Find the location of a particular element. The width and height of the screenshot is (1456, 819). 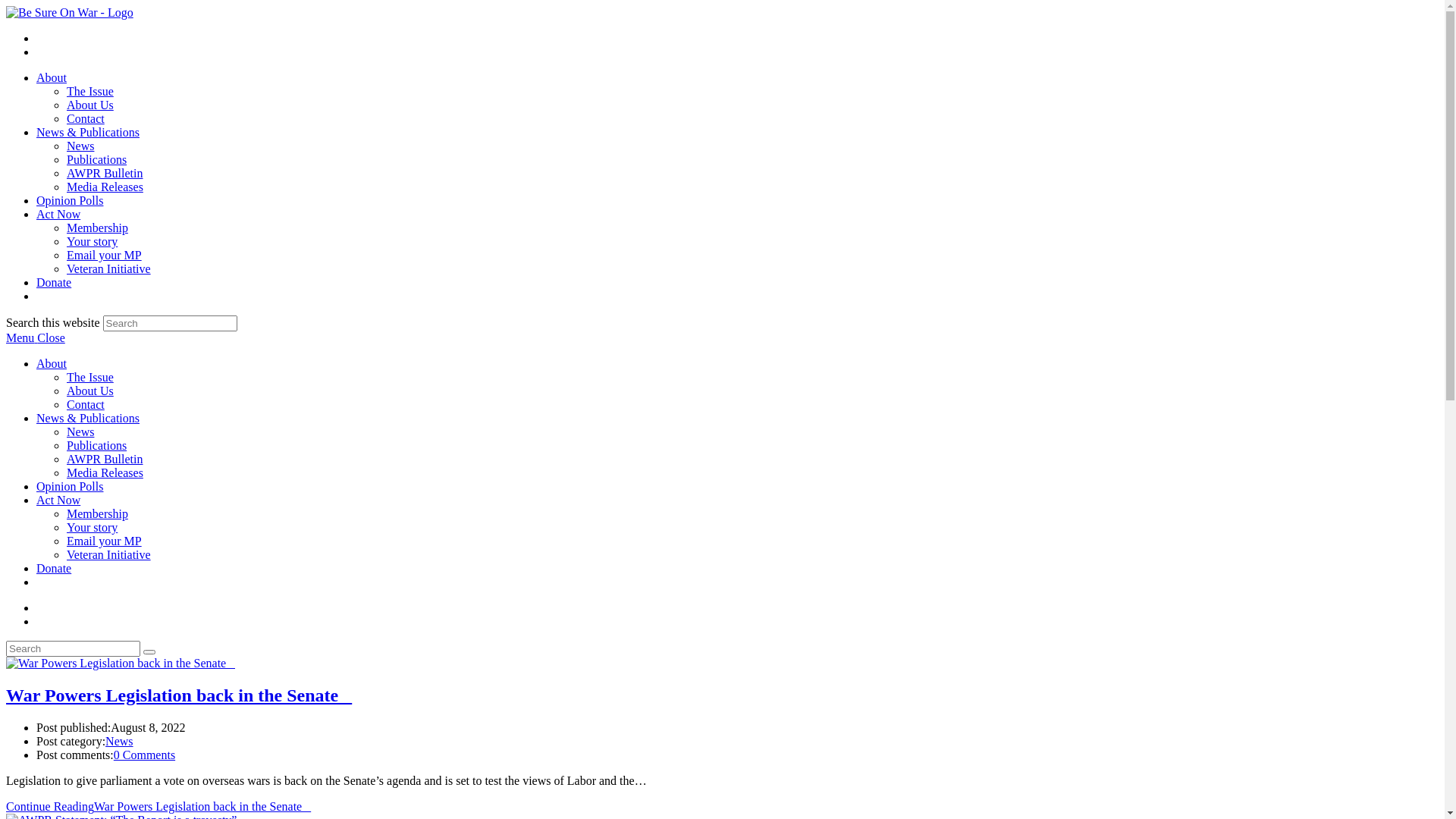

'0 Comments' is located at coordinates (144, 755).